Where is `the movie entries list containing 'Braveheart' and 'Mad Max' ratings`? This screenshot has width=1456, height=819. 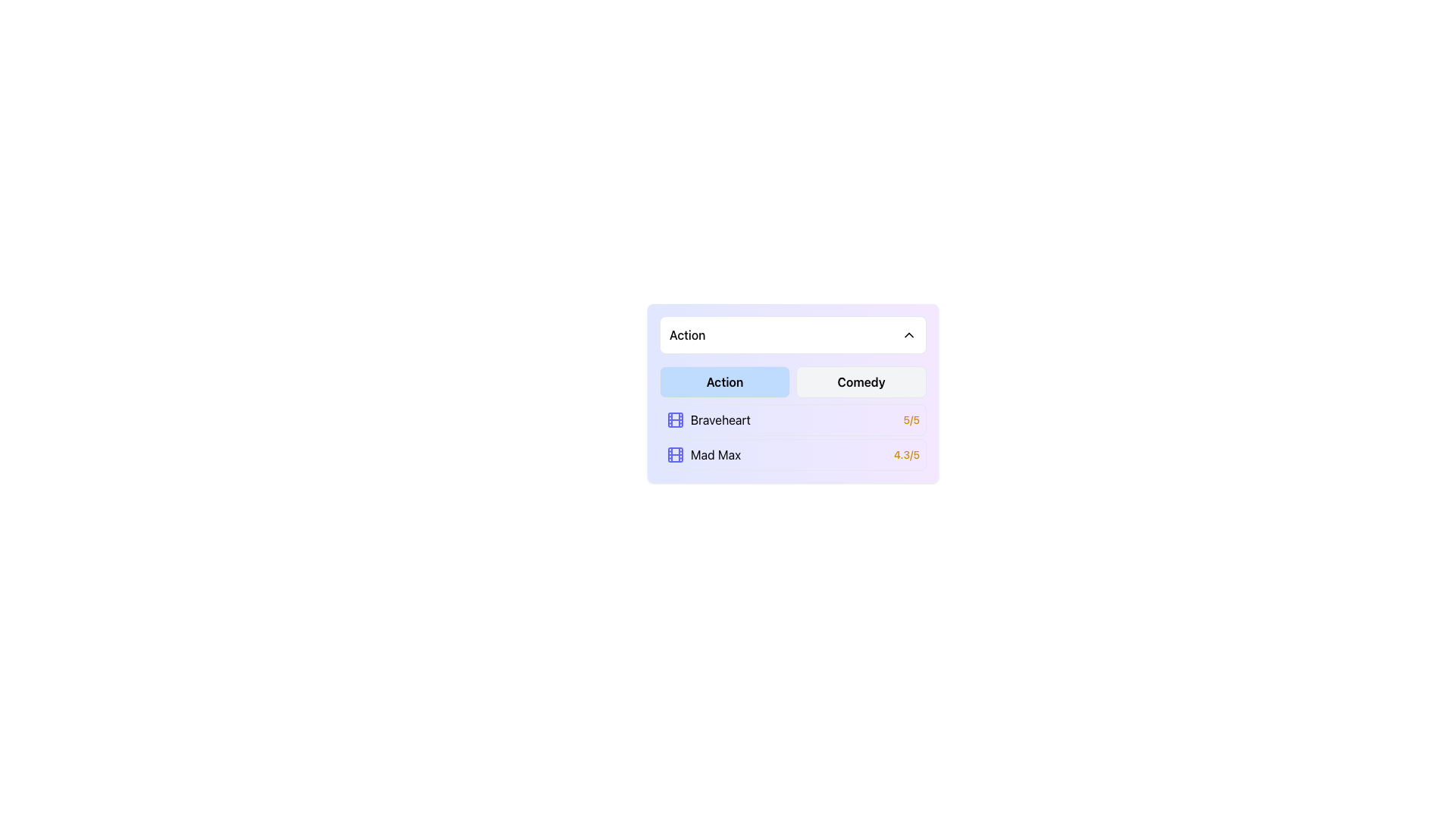 the movie entries list containing 'Braveheart' and 'Mad Max' ratings is located at coordinates (792, 438).